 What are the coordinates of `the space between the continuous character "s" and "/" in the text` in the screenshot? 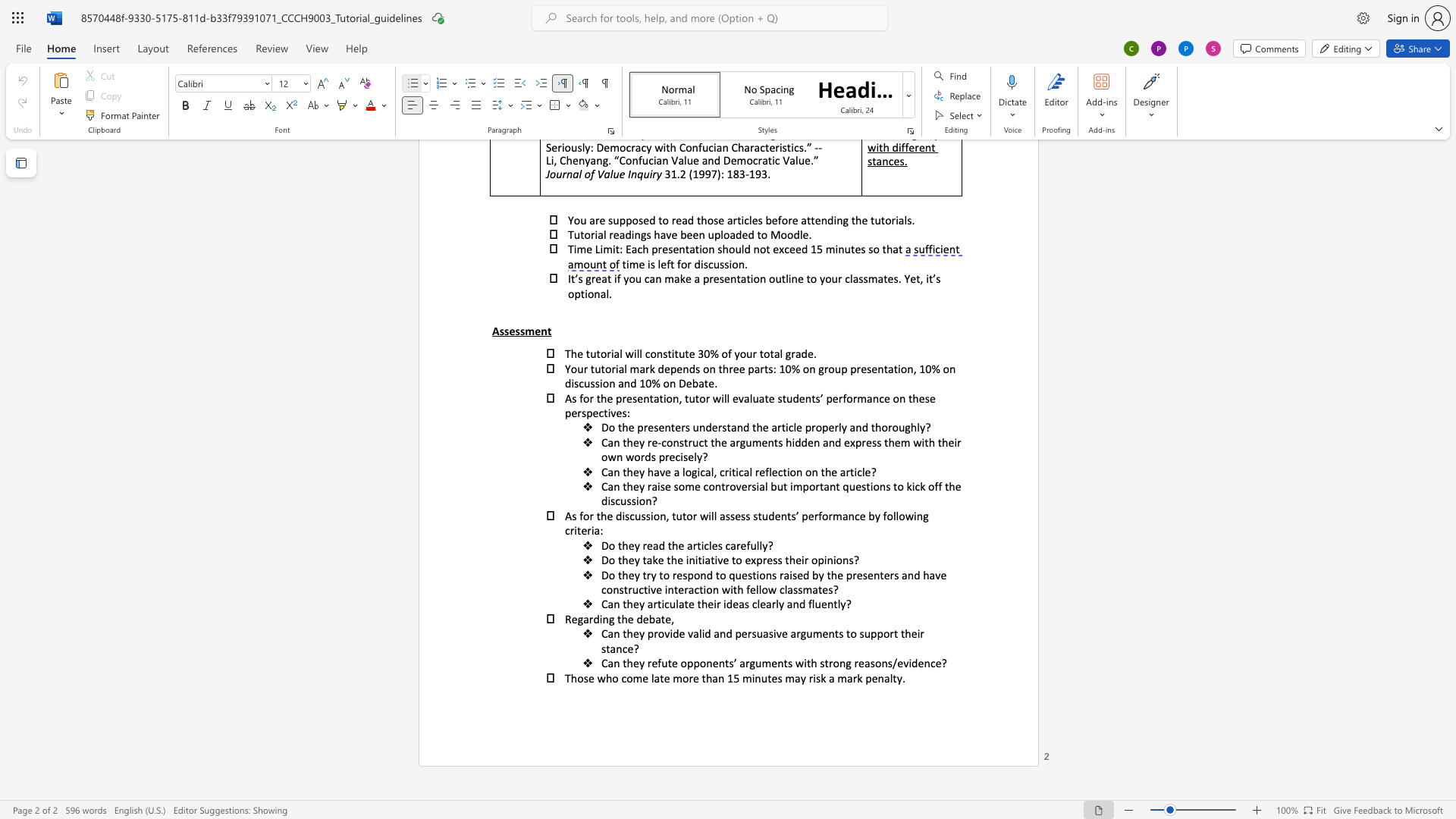 It's located at (892, 662).